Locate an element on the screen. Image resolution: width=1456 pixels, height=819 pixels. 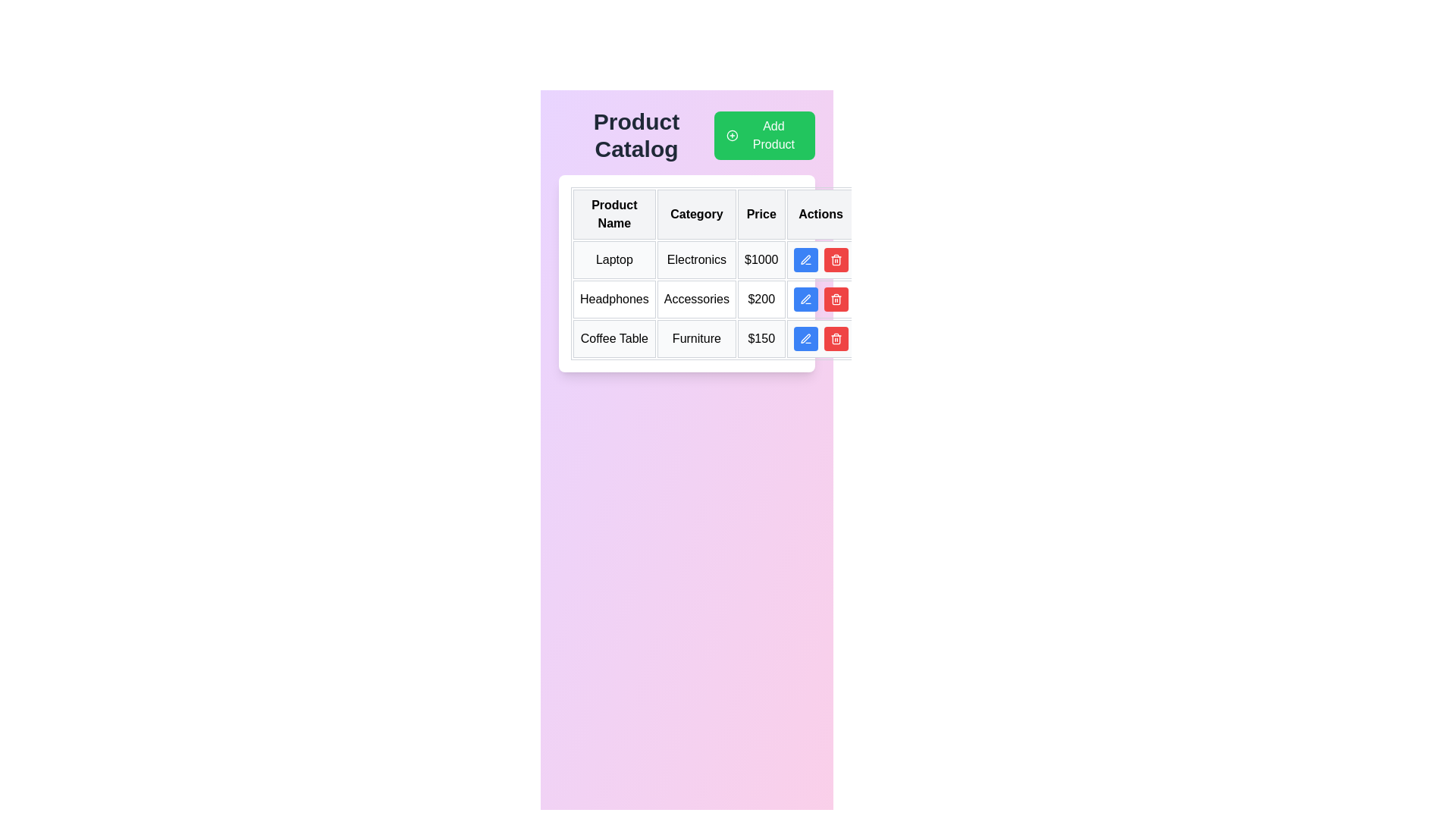
the 'Edit' icon inside the 'Actions' column of the third row for the 'Coffee Table' product is located at coordinates (805, 337).